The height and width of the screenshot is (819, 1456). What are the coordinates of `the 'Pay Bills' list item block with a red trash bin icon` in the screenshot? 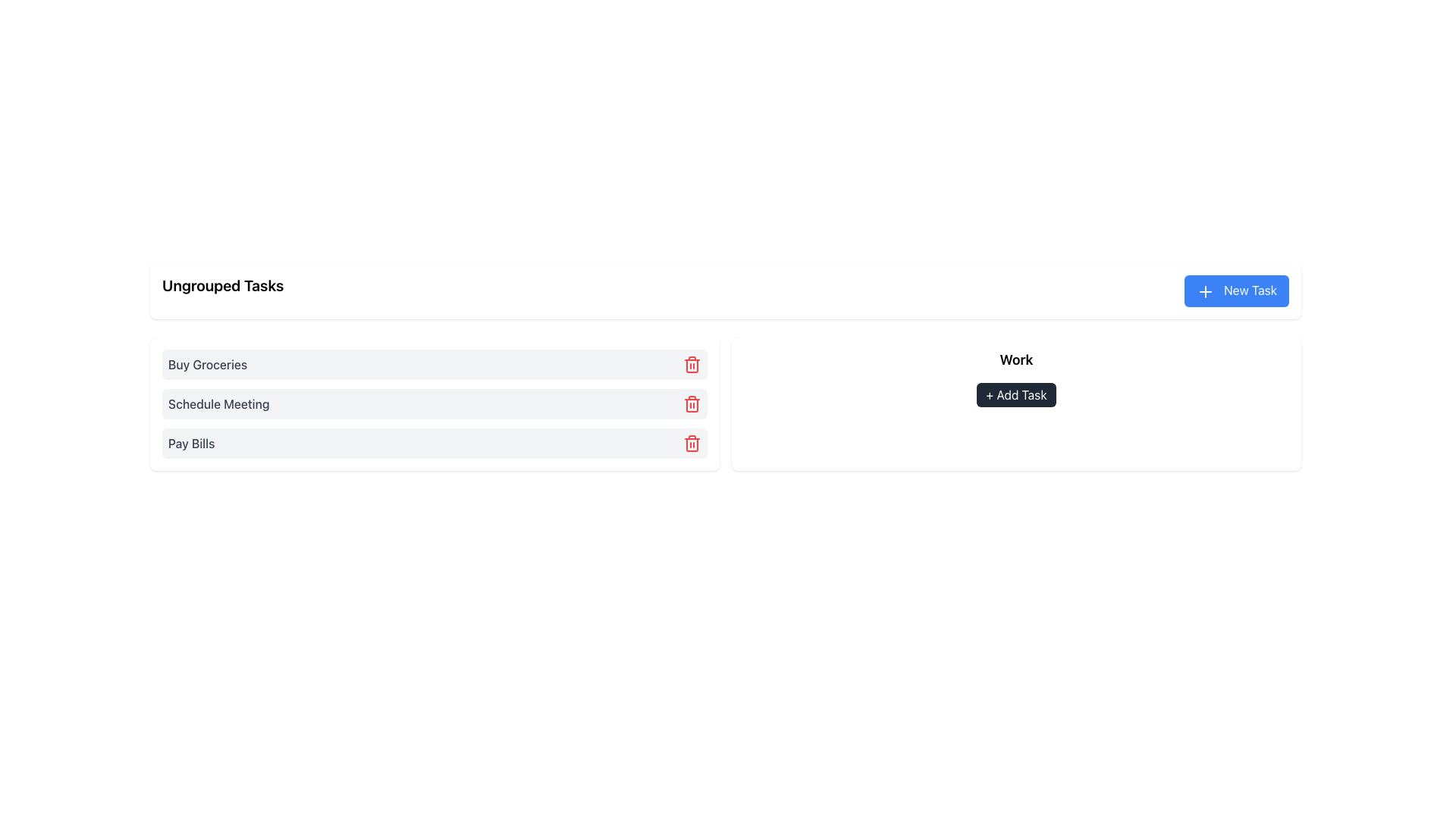 It's located at (434, 443).